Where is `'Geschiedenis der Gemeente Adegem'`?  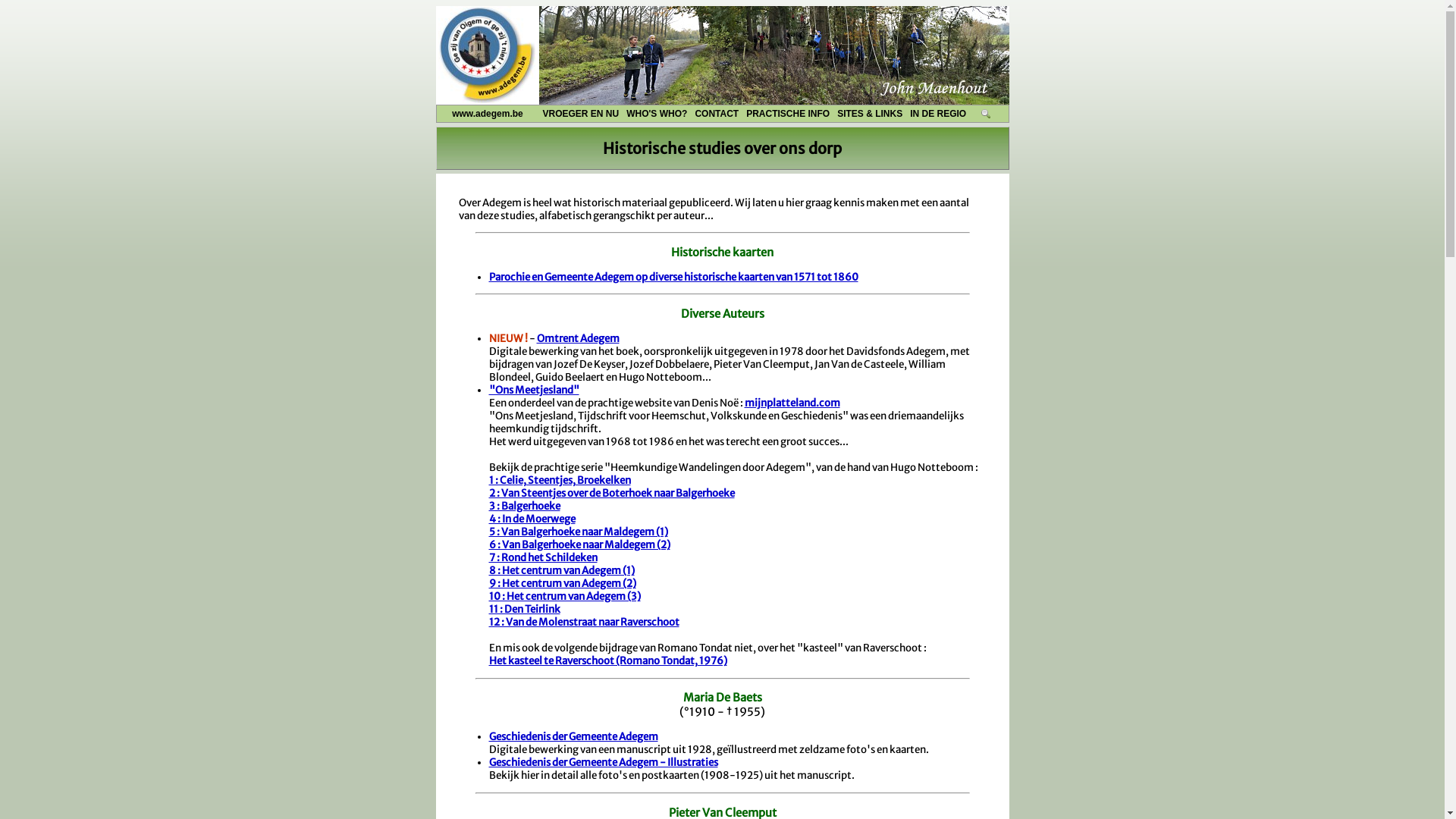
'Geschiedenis der Gemeente Adegem' is located at coordinates (572, 736).